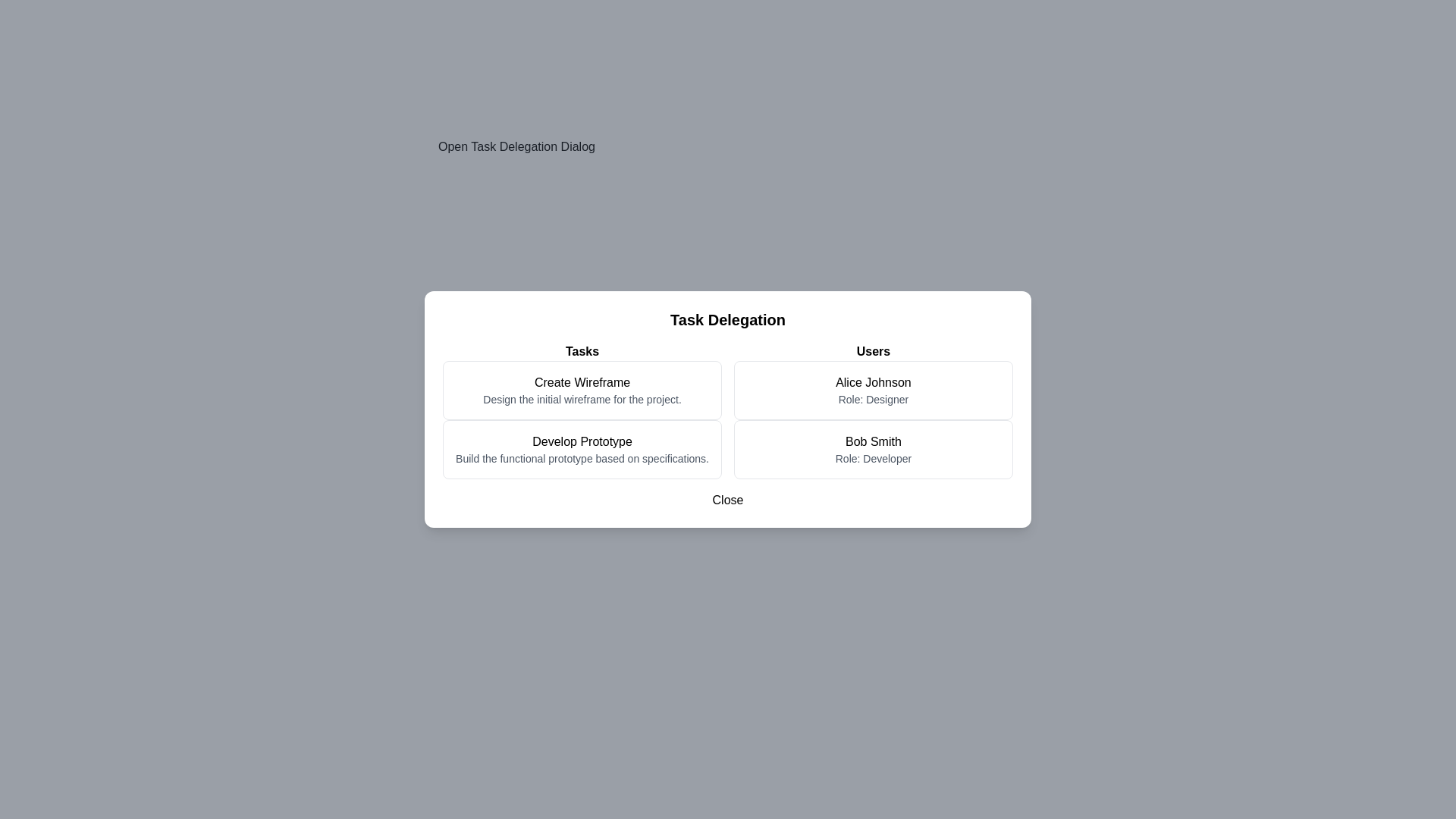  What do you see at coordinates (582, 390) in the screenshot?
I see `the task 'Create Wireframe' from the list` at bounding box center [582, 390].